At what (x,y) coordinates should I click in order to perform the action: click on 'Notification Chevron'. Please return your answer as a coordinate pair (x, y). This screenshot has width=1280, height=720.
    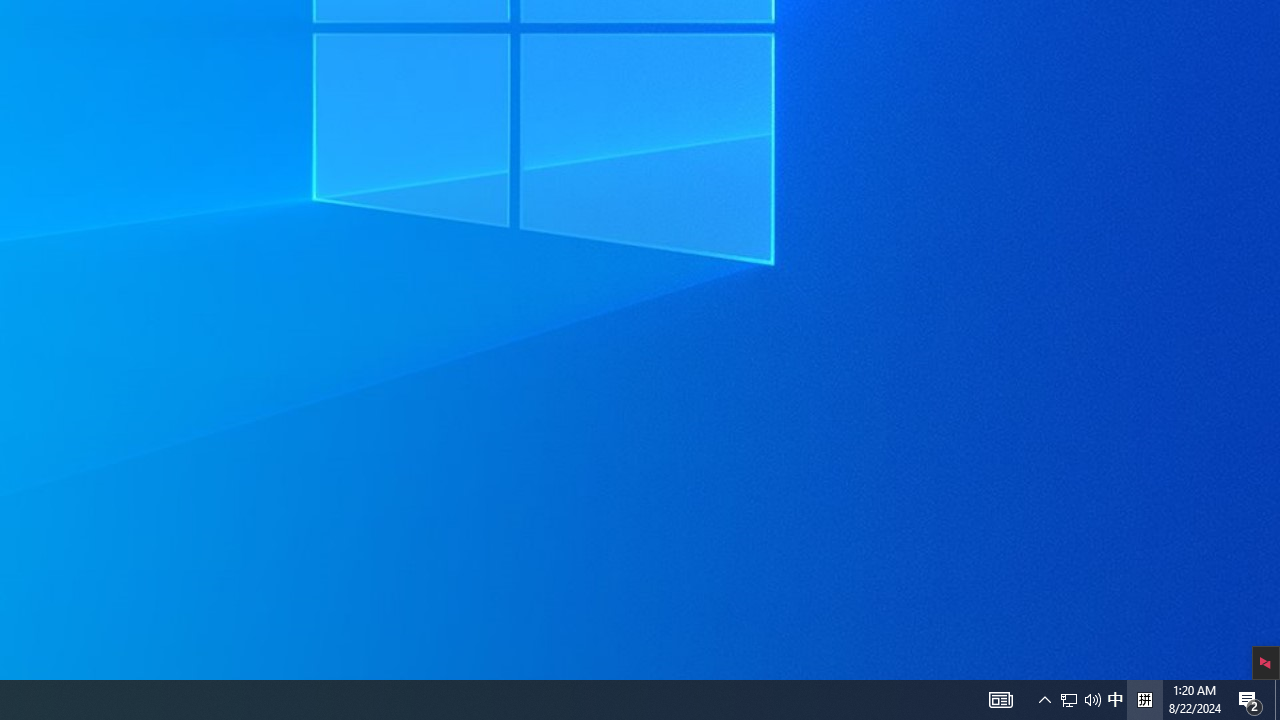
    Looking at the image, I should click on (1044, 698).